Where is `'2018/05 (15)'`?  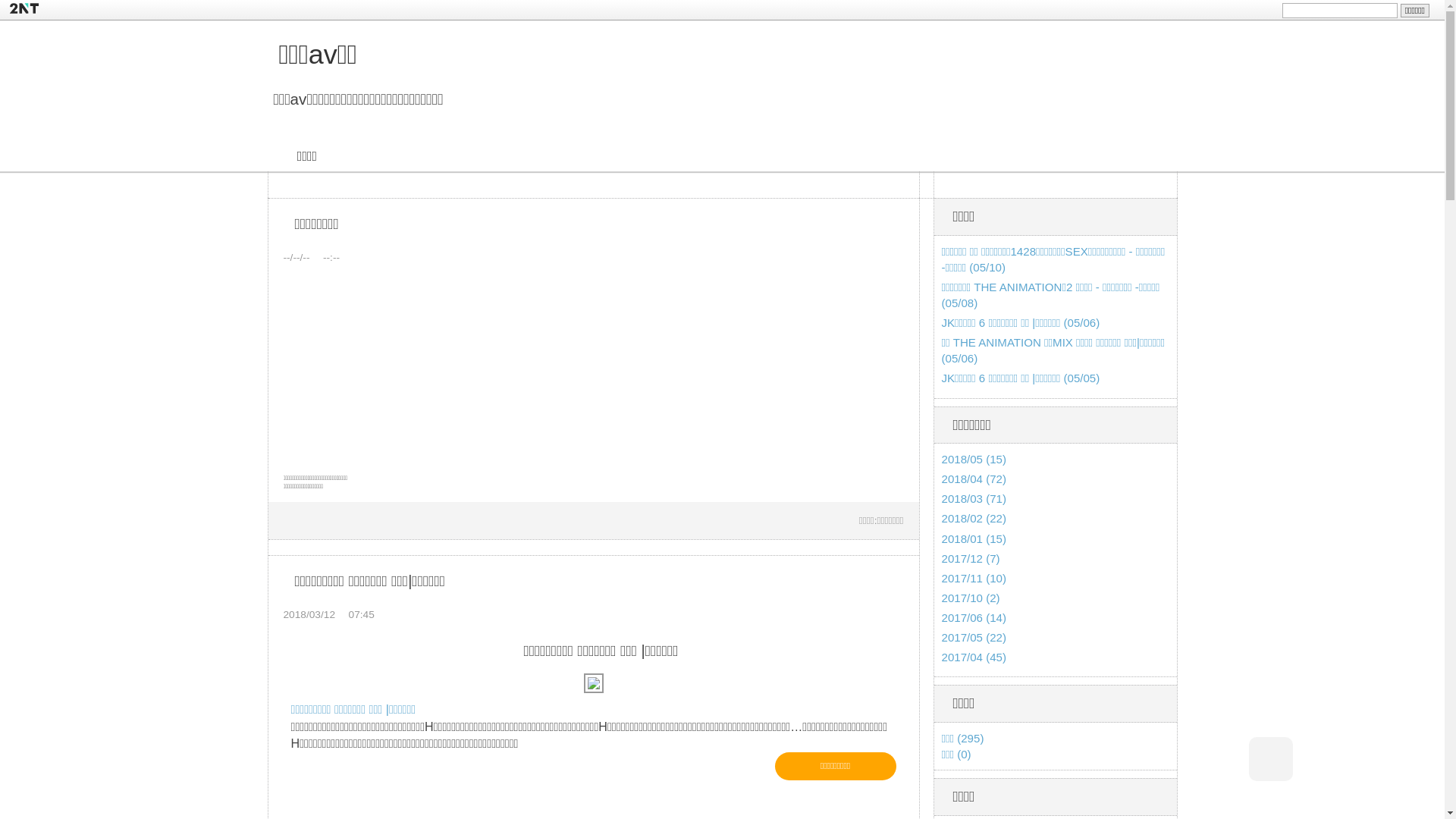
'2018/05 (15)' is located at coordinates (941, 458).